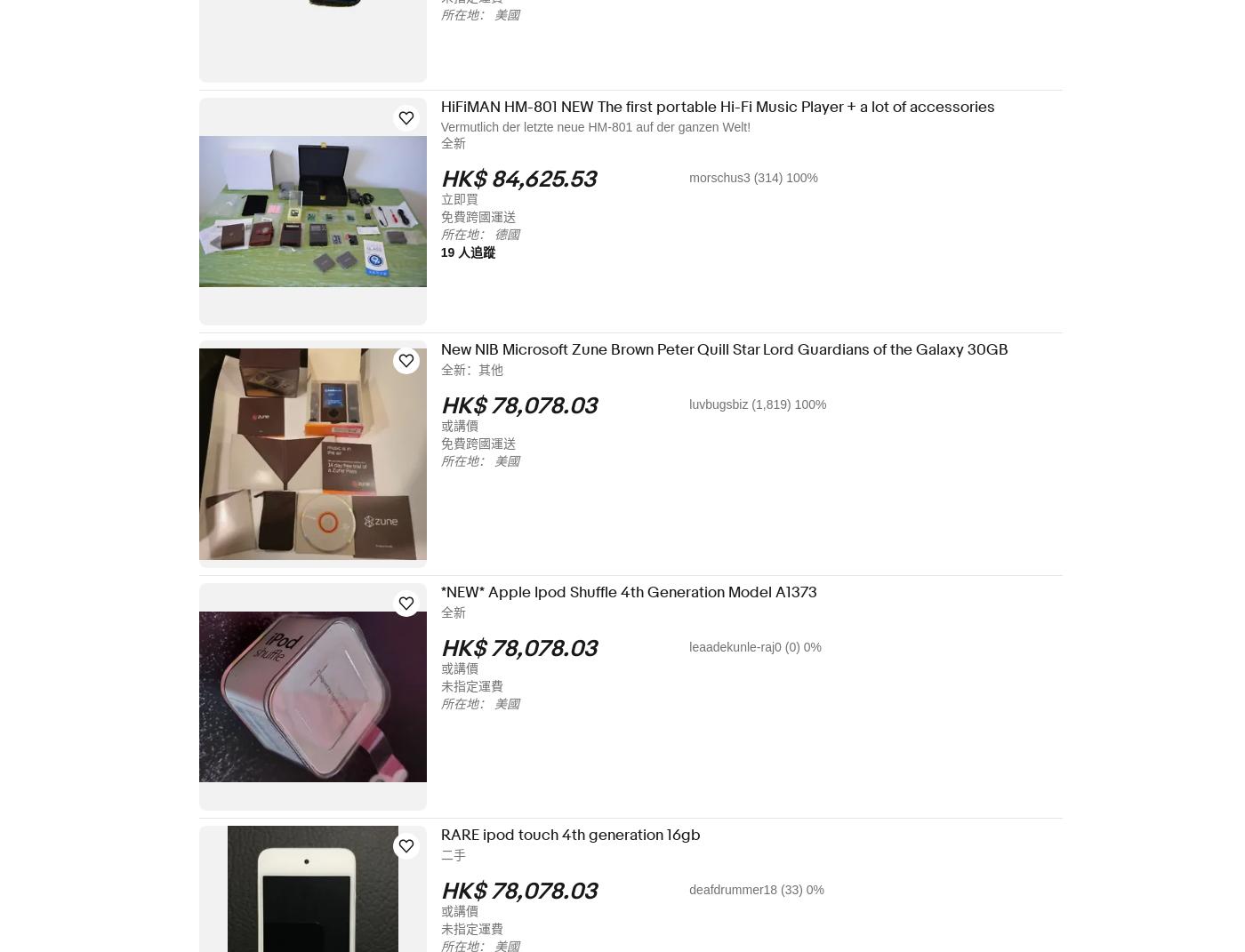 This screenshot has width=1245, height=952. Describe the element at coordinates (639, 591) in the screenshot. I see `'*NEW* Apple Ipod Shuffle 4th Generation Model A1373'` at that location.